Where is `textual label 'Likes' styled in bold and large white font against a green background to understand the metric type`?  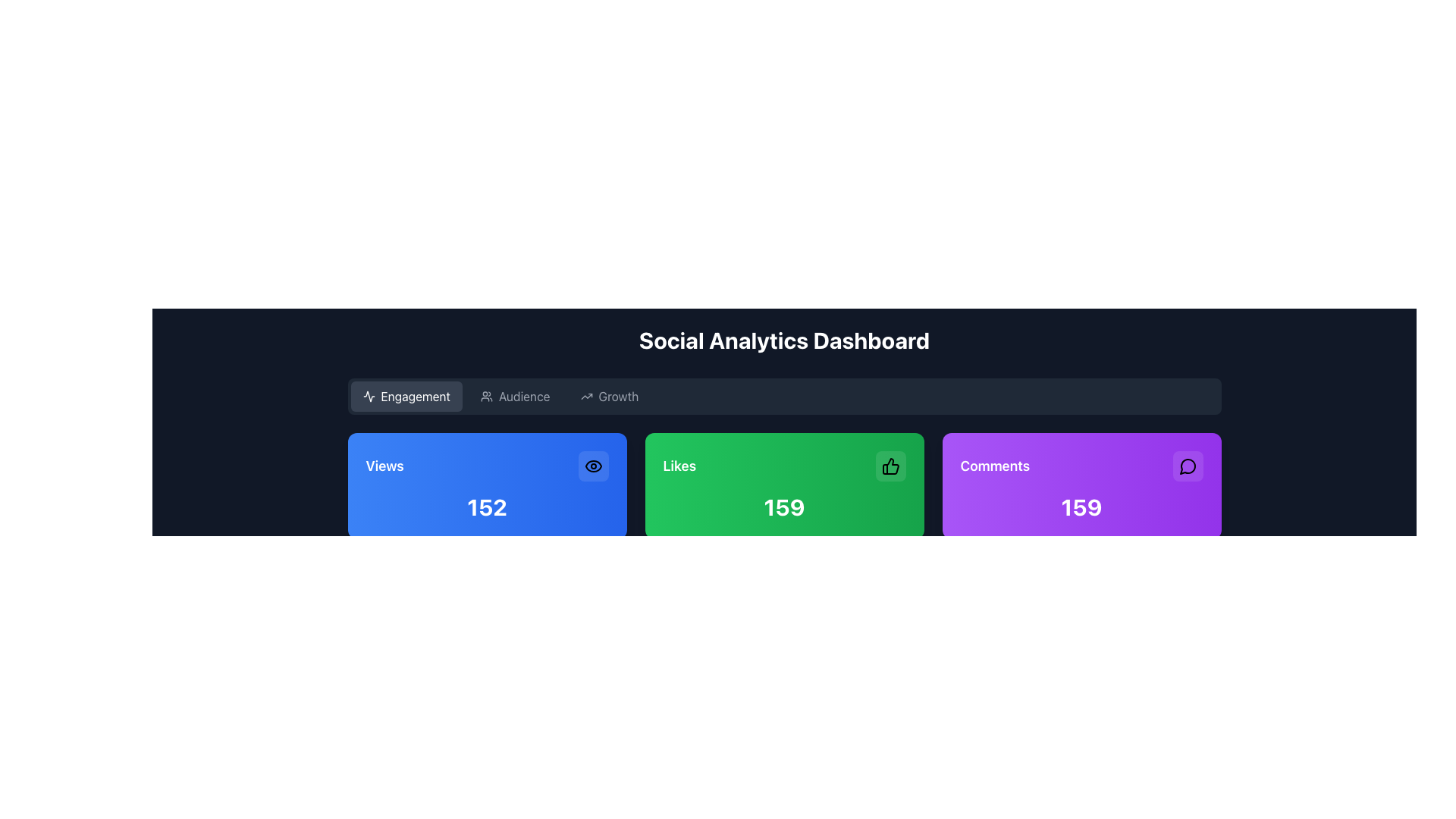
textual label 'Likes' styled in bold and large white font against a green background to understand the metric type is located at coordinates (679, 465).